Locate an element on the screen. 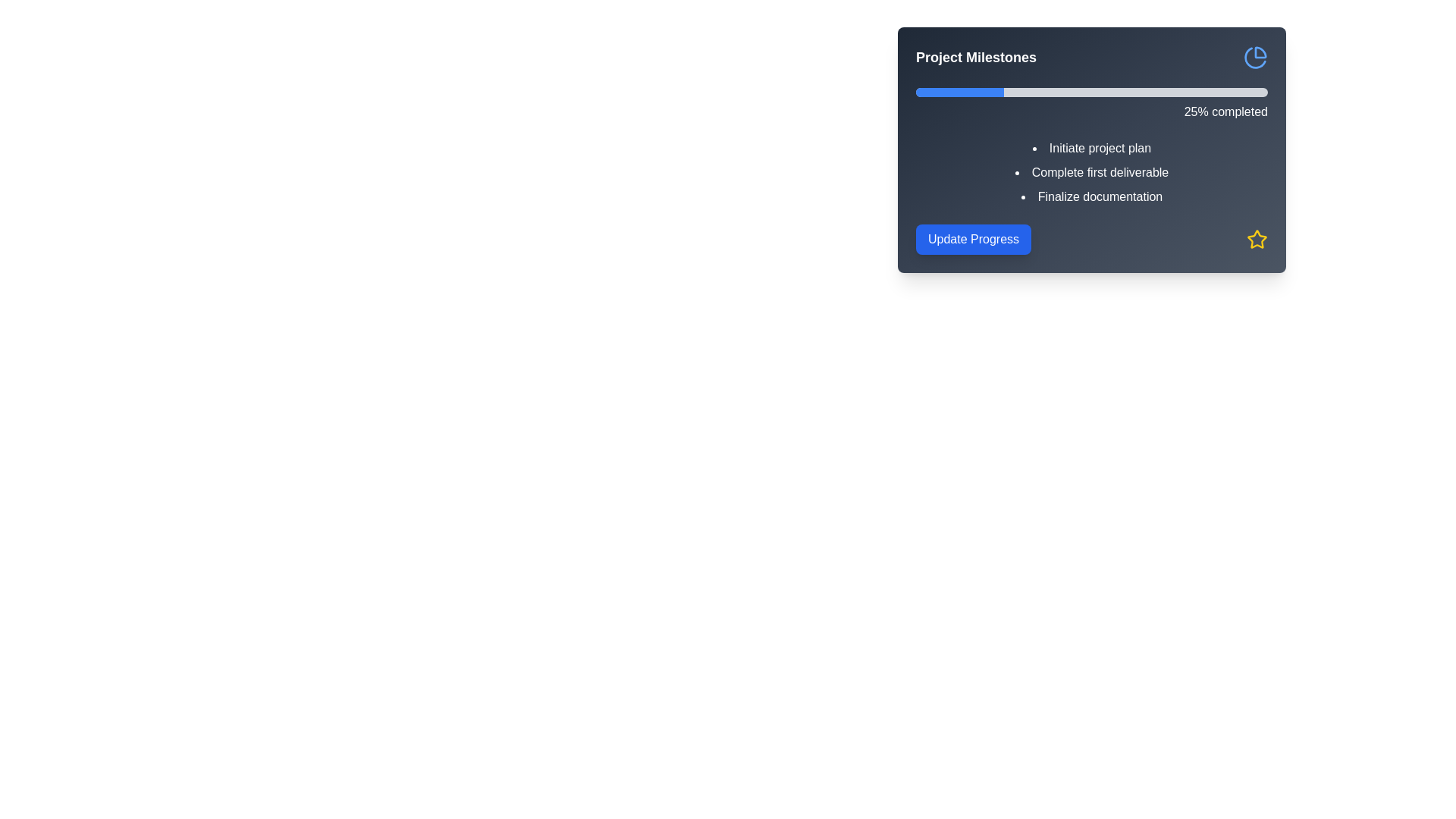  the left segment of the pie chart icon located at the upper-right corner of the card interface is located at coordinates (1260, 52).